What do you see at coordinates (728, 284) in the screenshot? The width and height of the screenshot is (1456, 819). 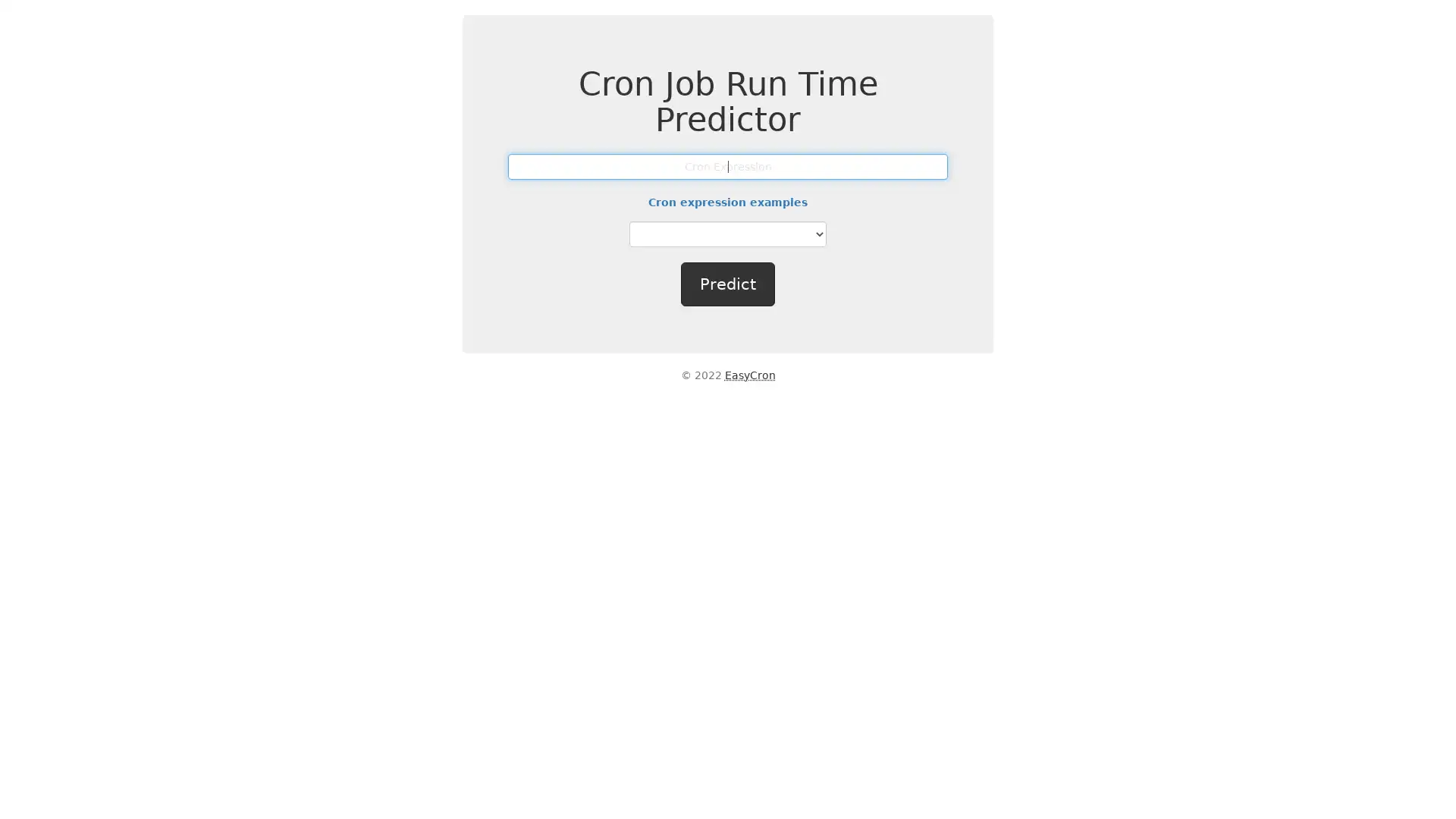 I see `Predict` at bounding box center [728, 284].